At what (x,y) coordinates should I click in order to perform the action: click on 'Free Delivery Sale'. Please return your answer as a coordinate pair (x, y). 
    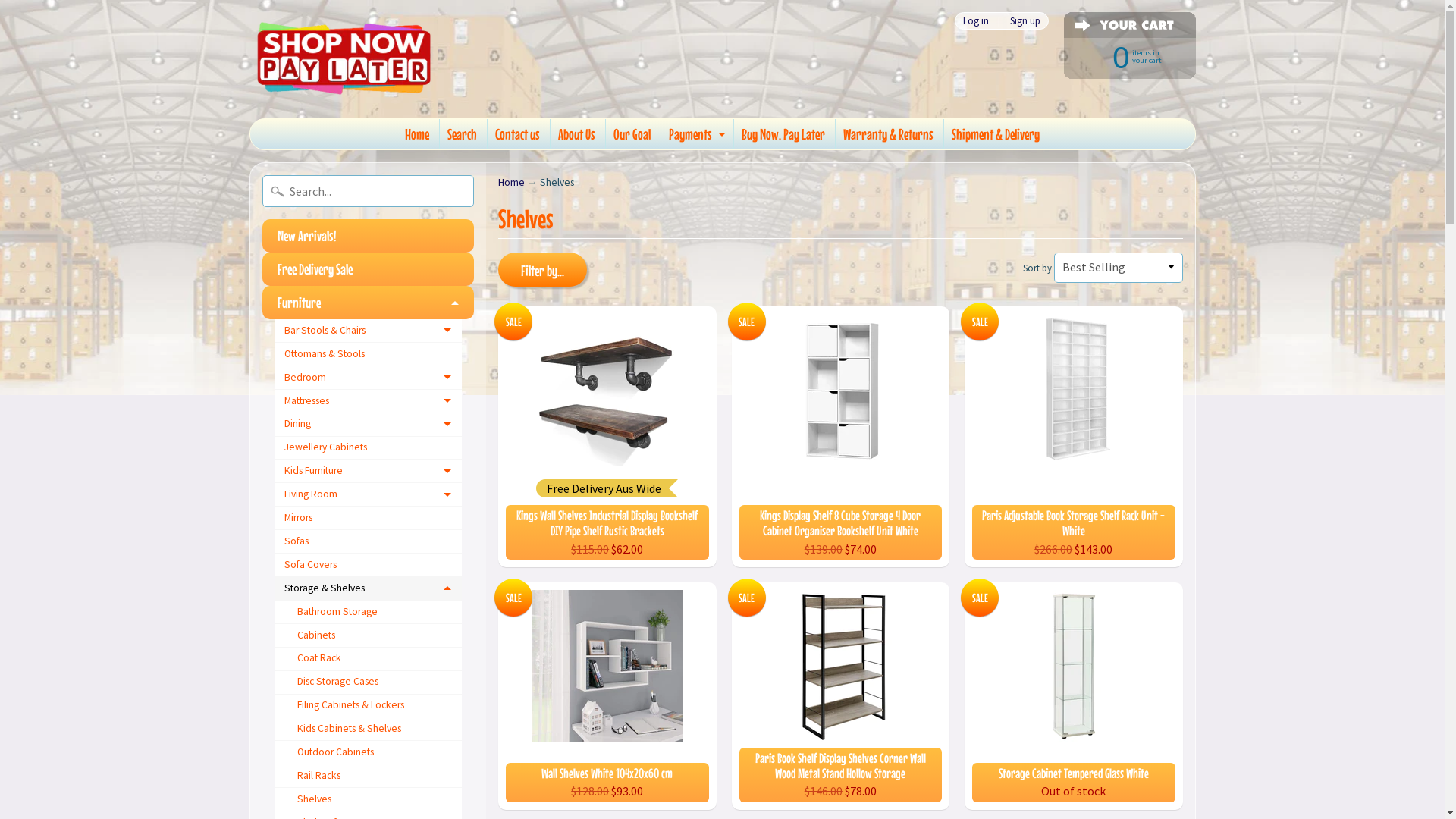
    Looking at the image, I should click on (368, 268).